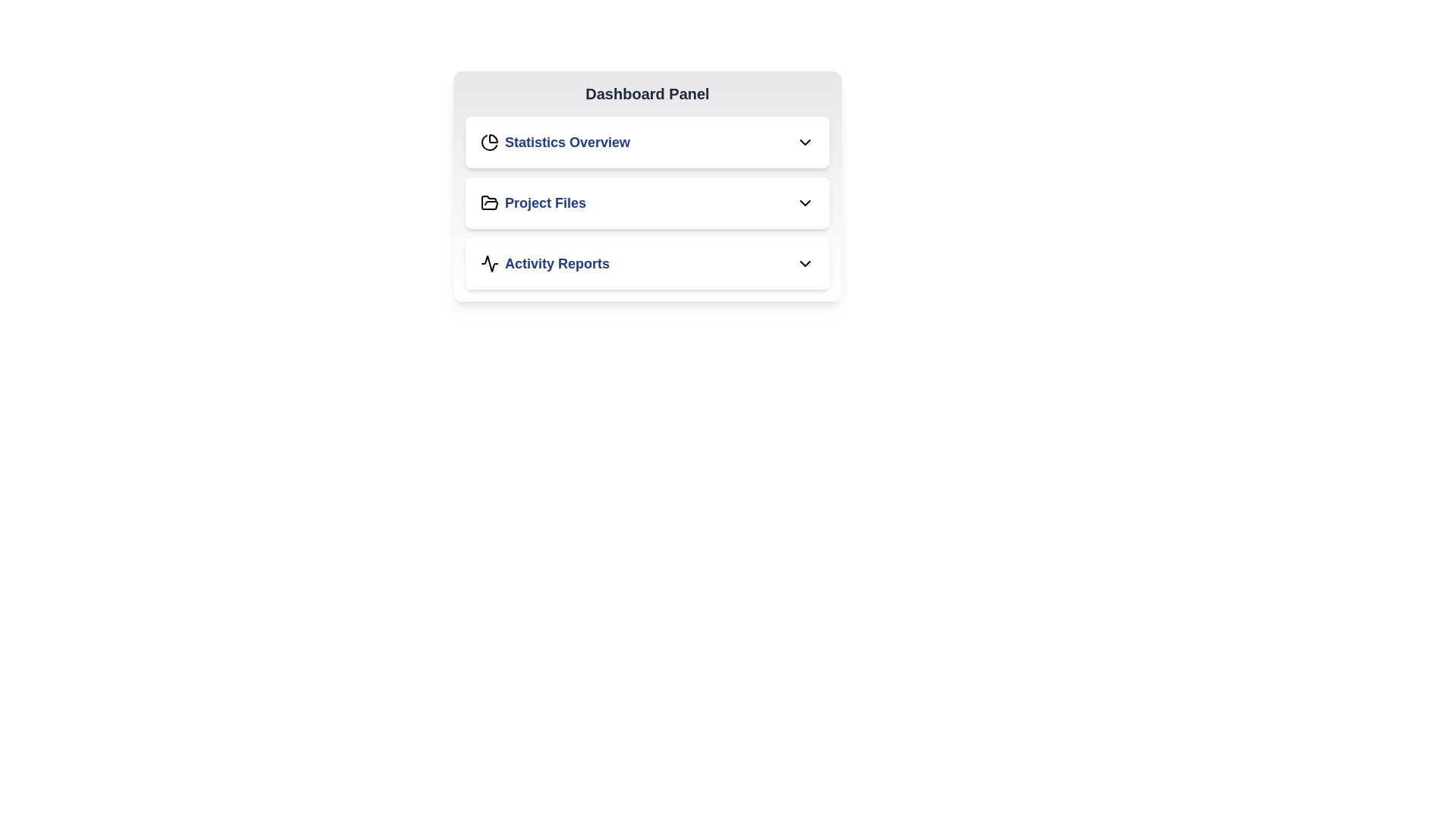 The image size is (1456, 819). Describe the element at coordinates (648, 262) in the screenshot. I see `the section titled 'Activity Reports' to observe its hover effect` at that location.